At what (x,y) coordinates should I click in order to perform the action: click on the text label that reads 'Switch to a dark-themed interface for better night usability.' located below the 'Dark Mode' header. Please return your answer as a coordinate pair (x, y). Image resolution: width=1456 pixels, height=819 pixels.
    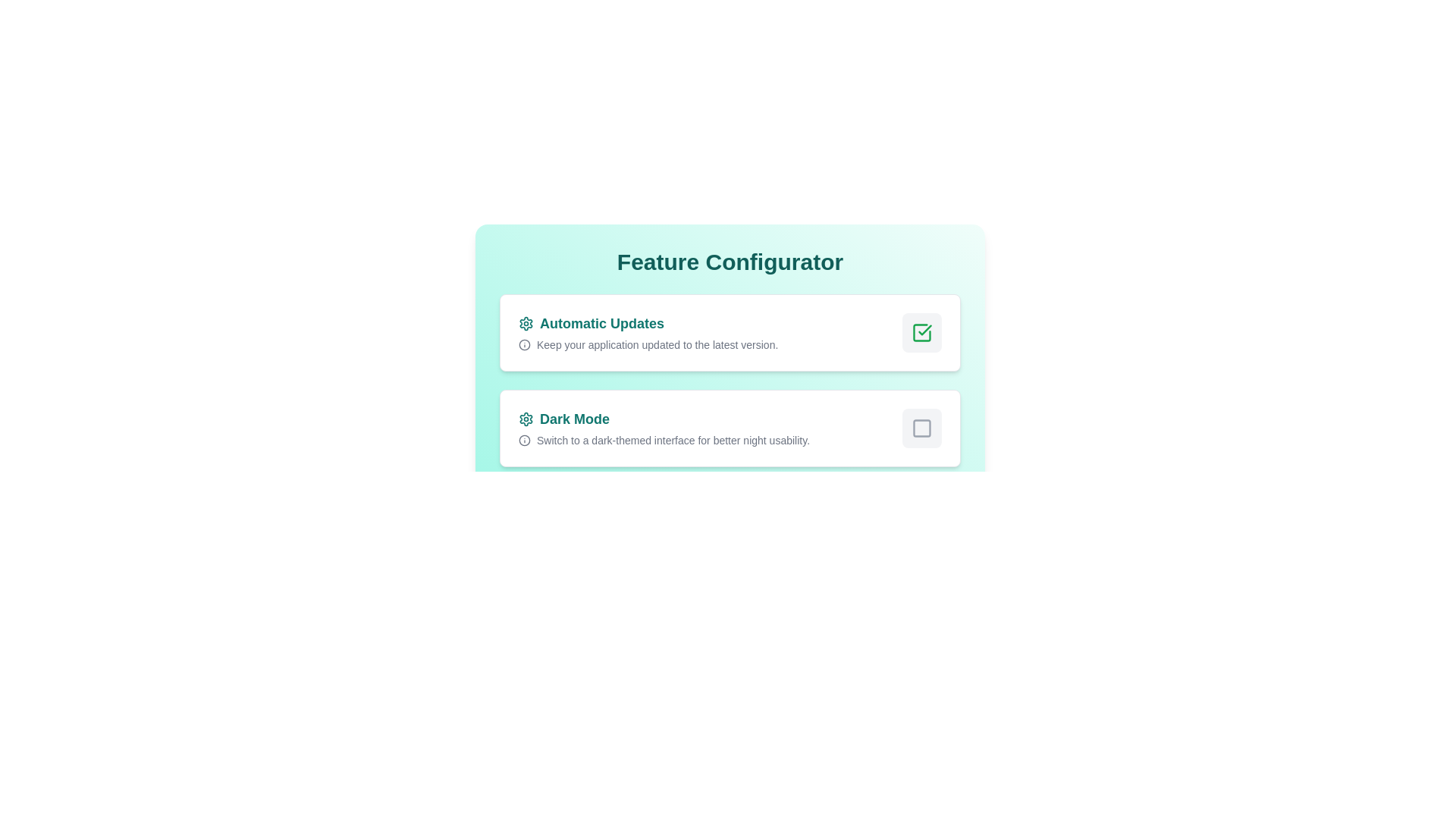
    Looking at the image, I should click on (664, 441).